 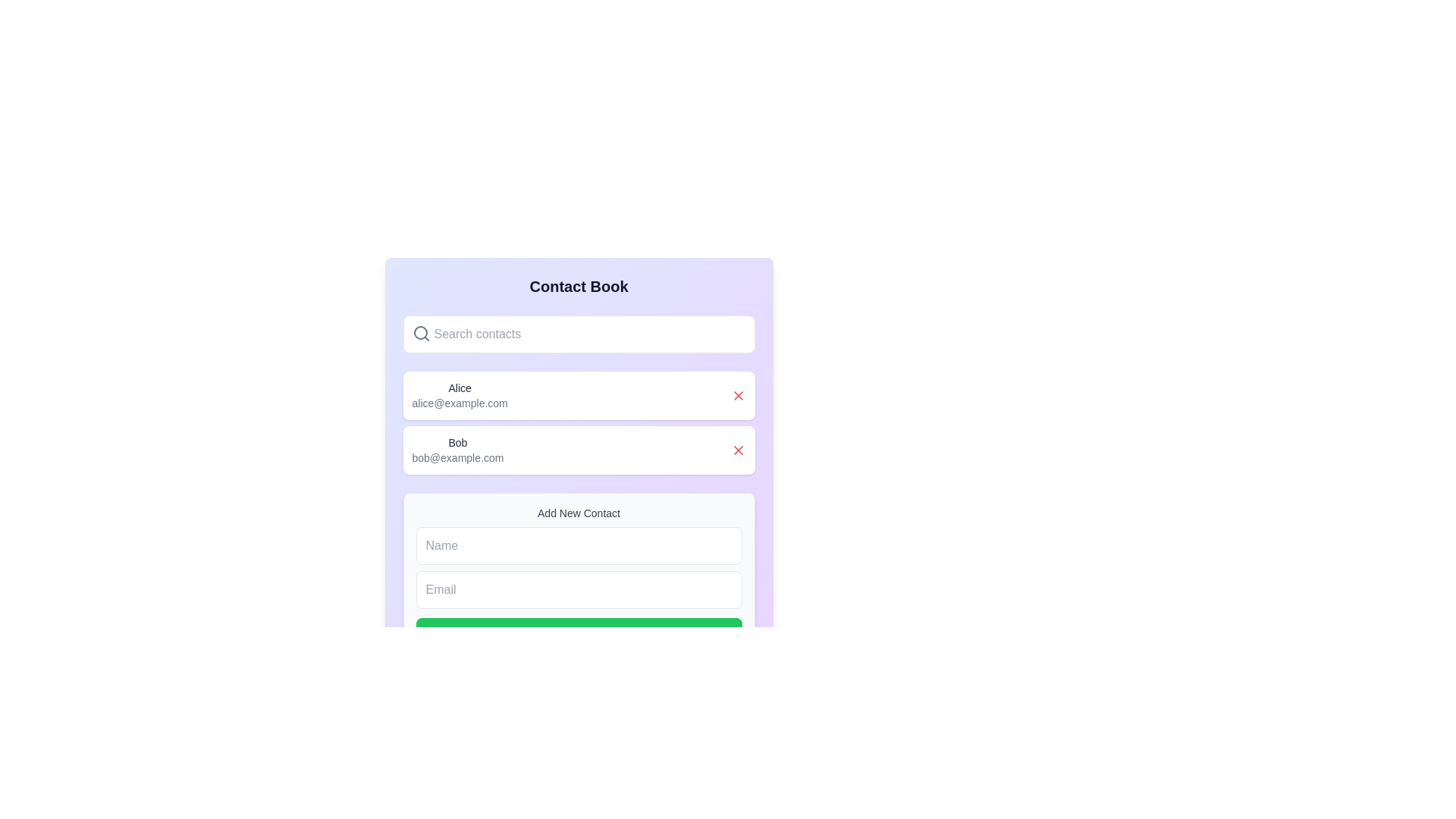 I want to click on the Contact card for 'Alice' which displays her name in bold and email below, located above the card for 'Bob', so click(x=578, y=394).